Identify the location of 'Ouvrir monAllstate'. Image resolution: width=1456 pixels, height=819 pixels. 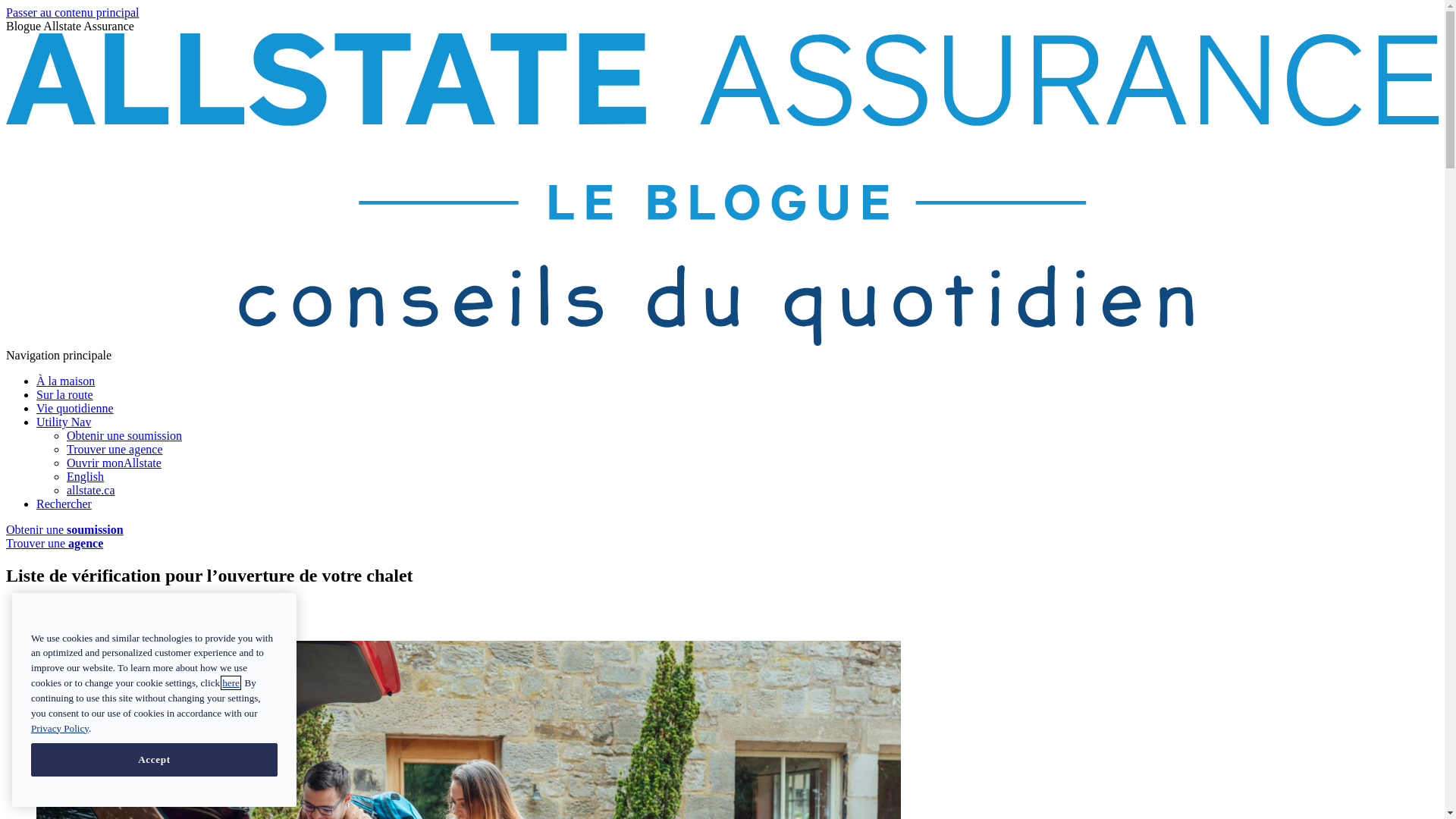
(113, 462).